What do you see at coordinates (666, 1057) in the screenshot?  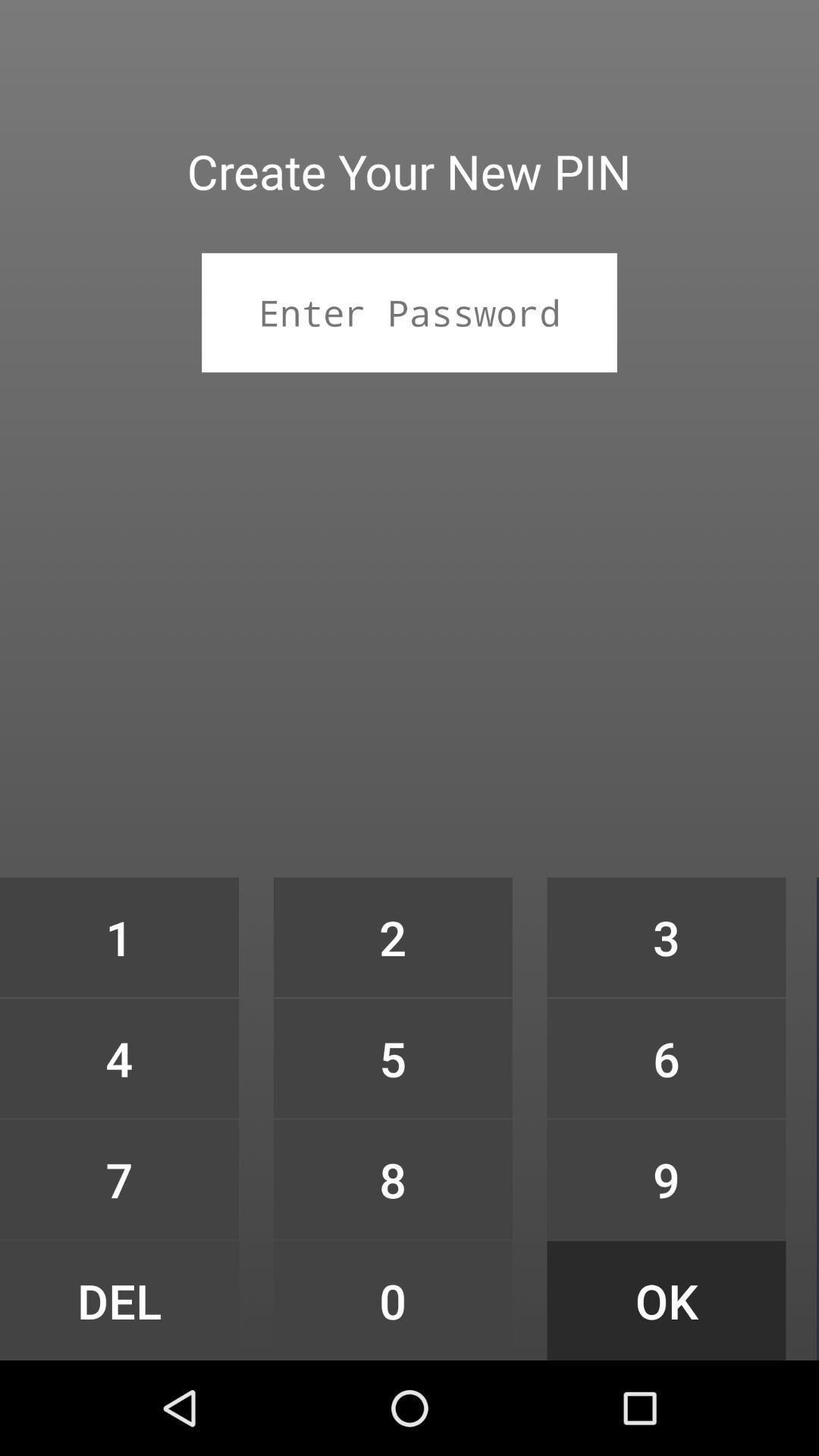 I see `icon above 9 icon` at bounding box center [666, 1057].